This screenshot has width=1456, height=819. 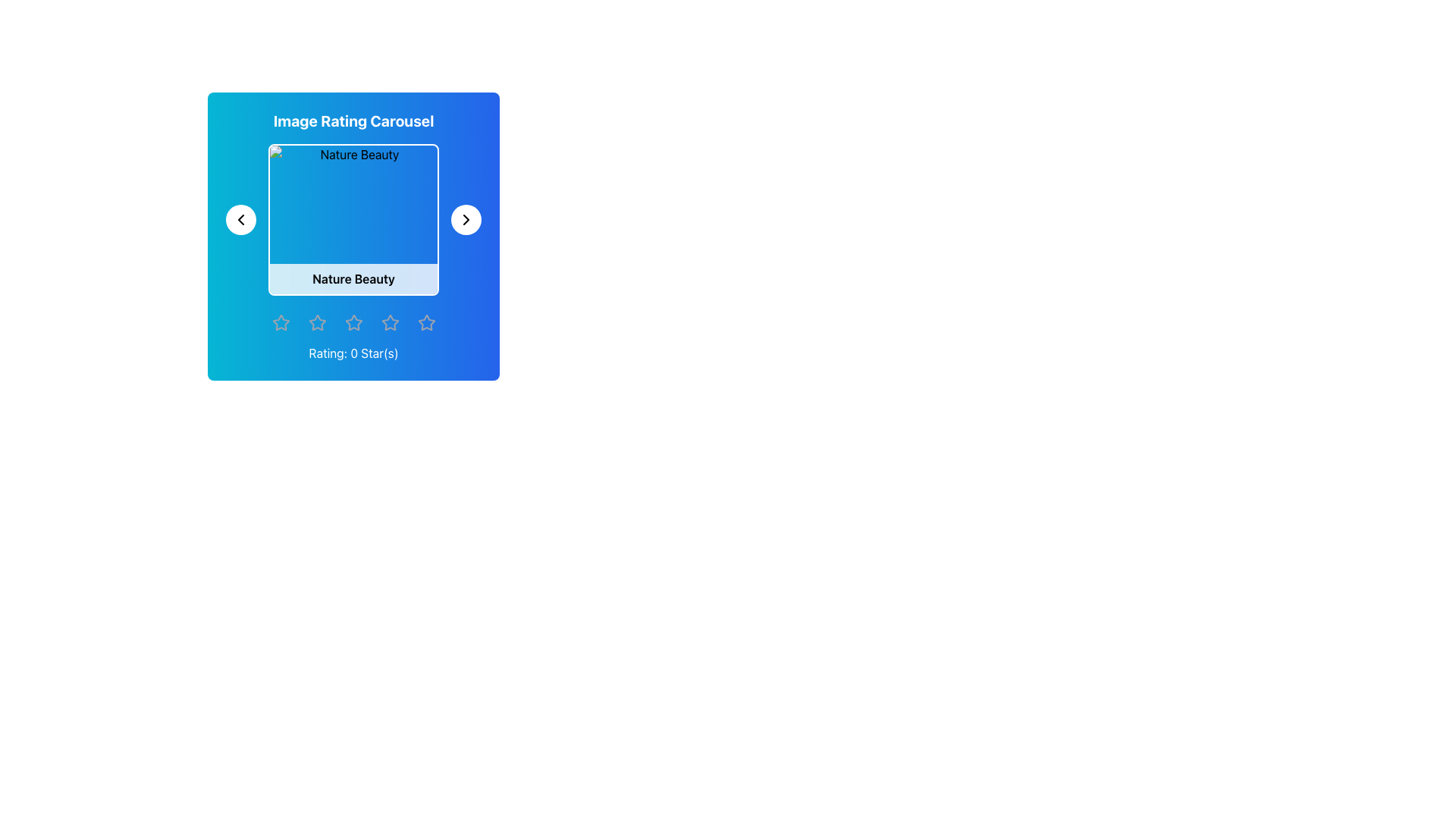 I want to click on the 'Nature Beauty' image in the central card of the image carousel, which is a non-interactive visual representation, so click(x=353, y=219).